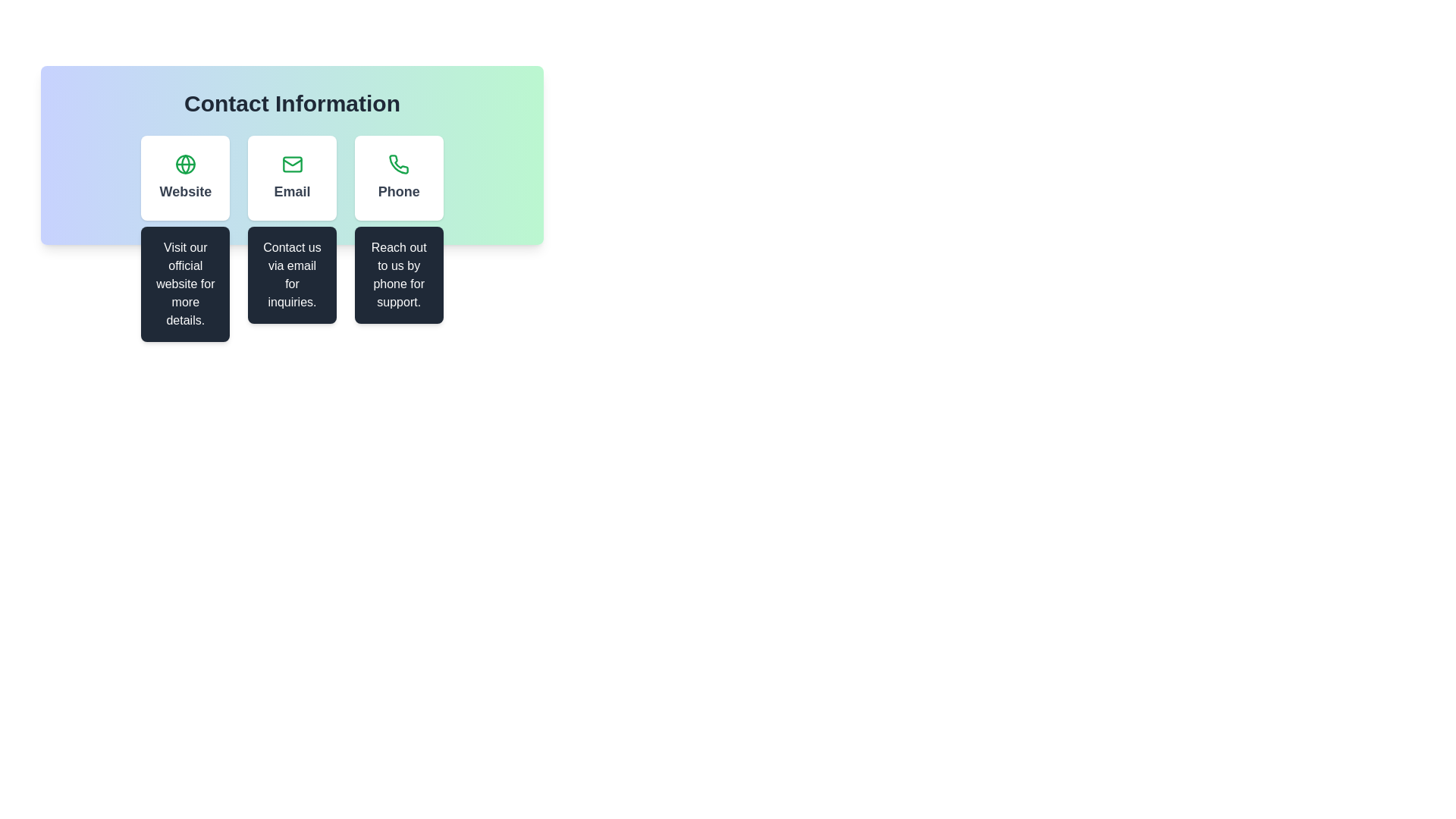  Describe the element at coordinates (399, 191) in the screenshot. I see `the 'Phone' text label, which is a bold header styled in grey color and centered alignment within a card for phone support` at that location.